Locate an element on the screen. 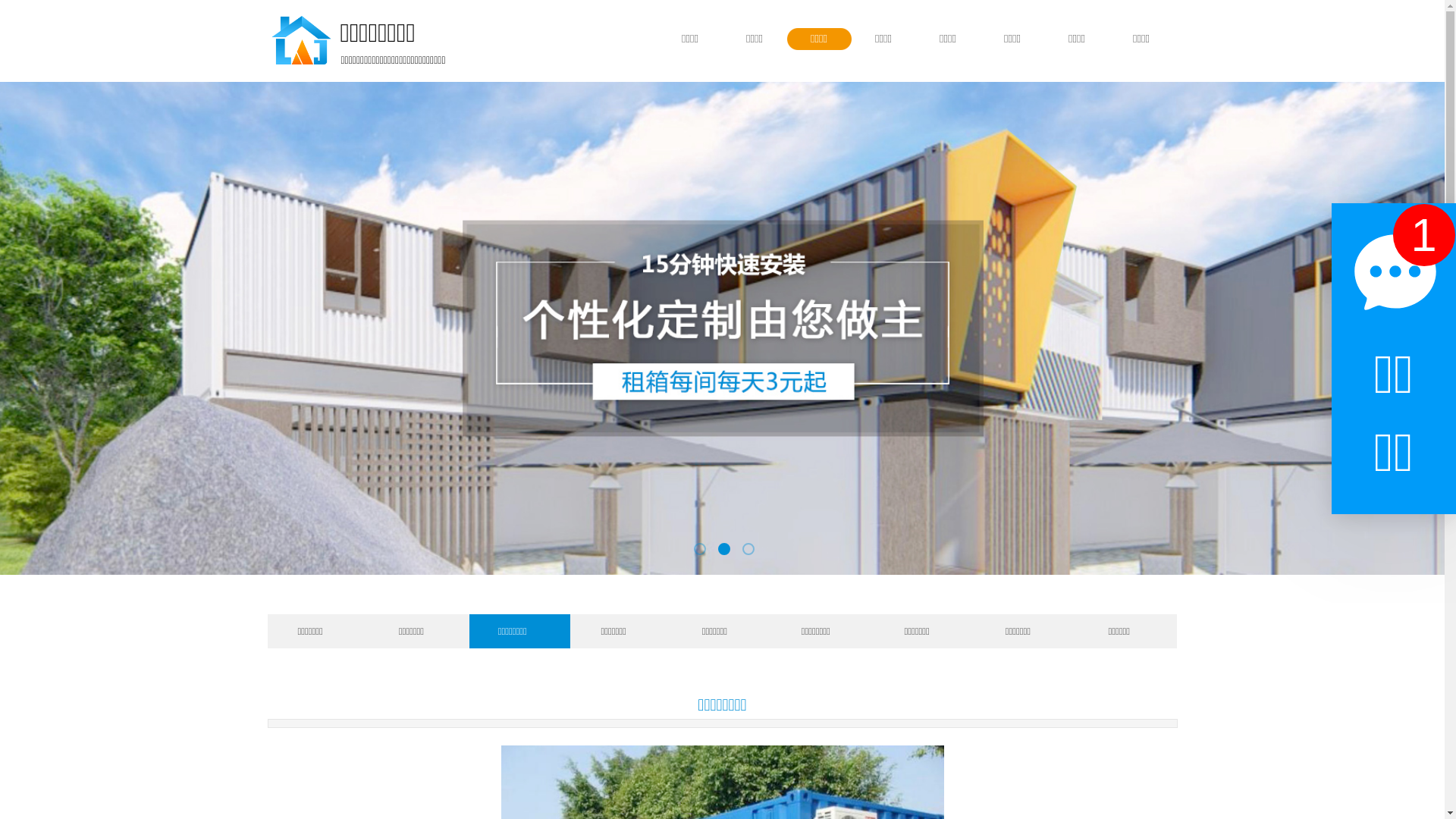 This screenshot has width=1456, height=819. '1' is located at coordinates (1422, 234).